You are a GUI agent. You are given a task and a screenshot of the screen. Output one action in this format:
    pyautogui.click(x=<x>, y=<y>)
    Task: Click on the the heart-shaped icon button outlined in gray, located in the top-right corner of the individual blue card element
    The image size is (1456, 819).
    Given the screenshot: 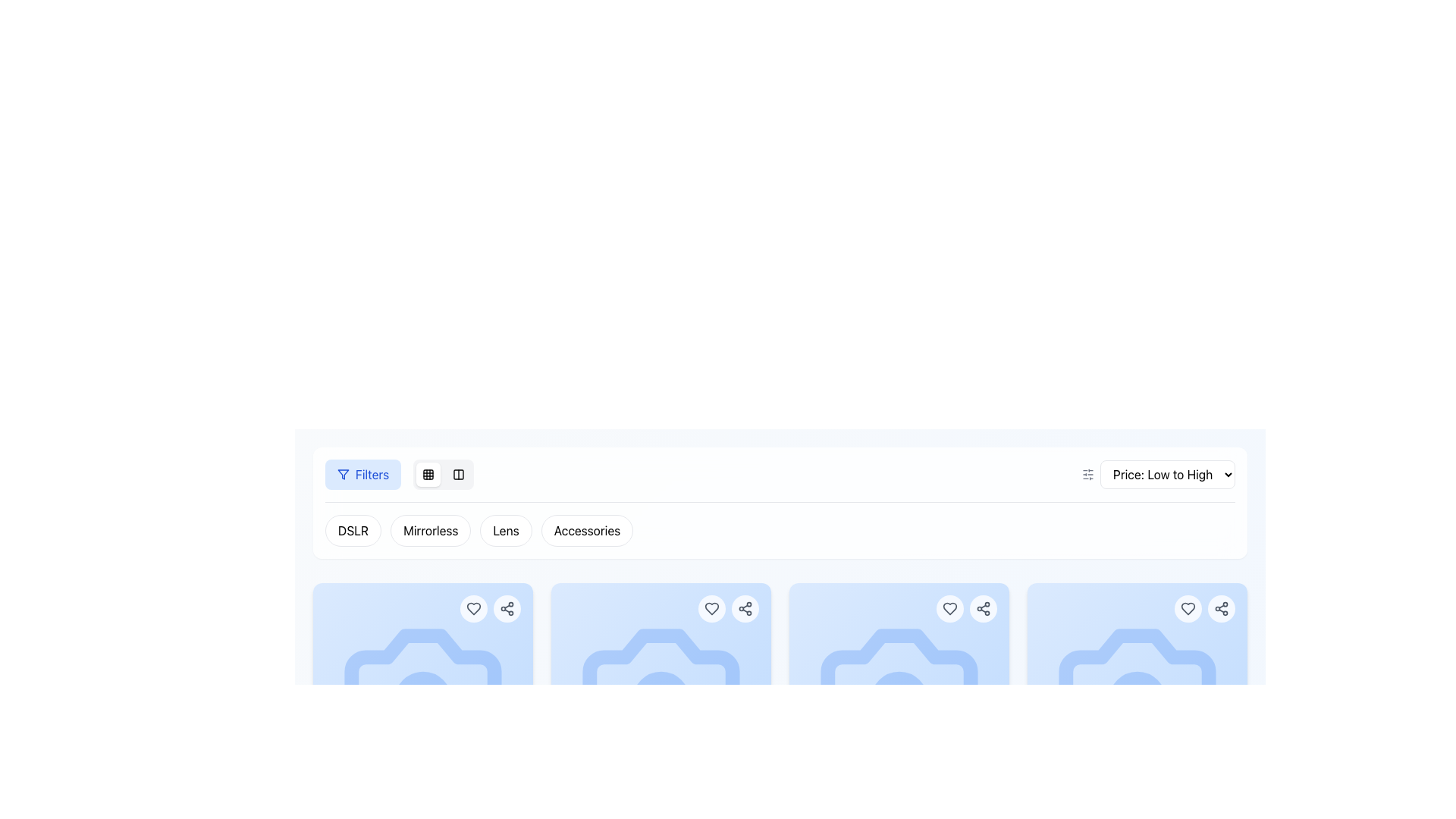 What is the action you would take?
    pyautogui.click(x=1187, y=607)
    